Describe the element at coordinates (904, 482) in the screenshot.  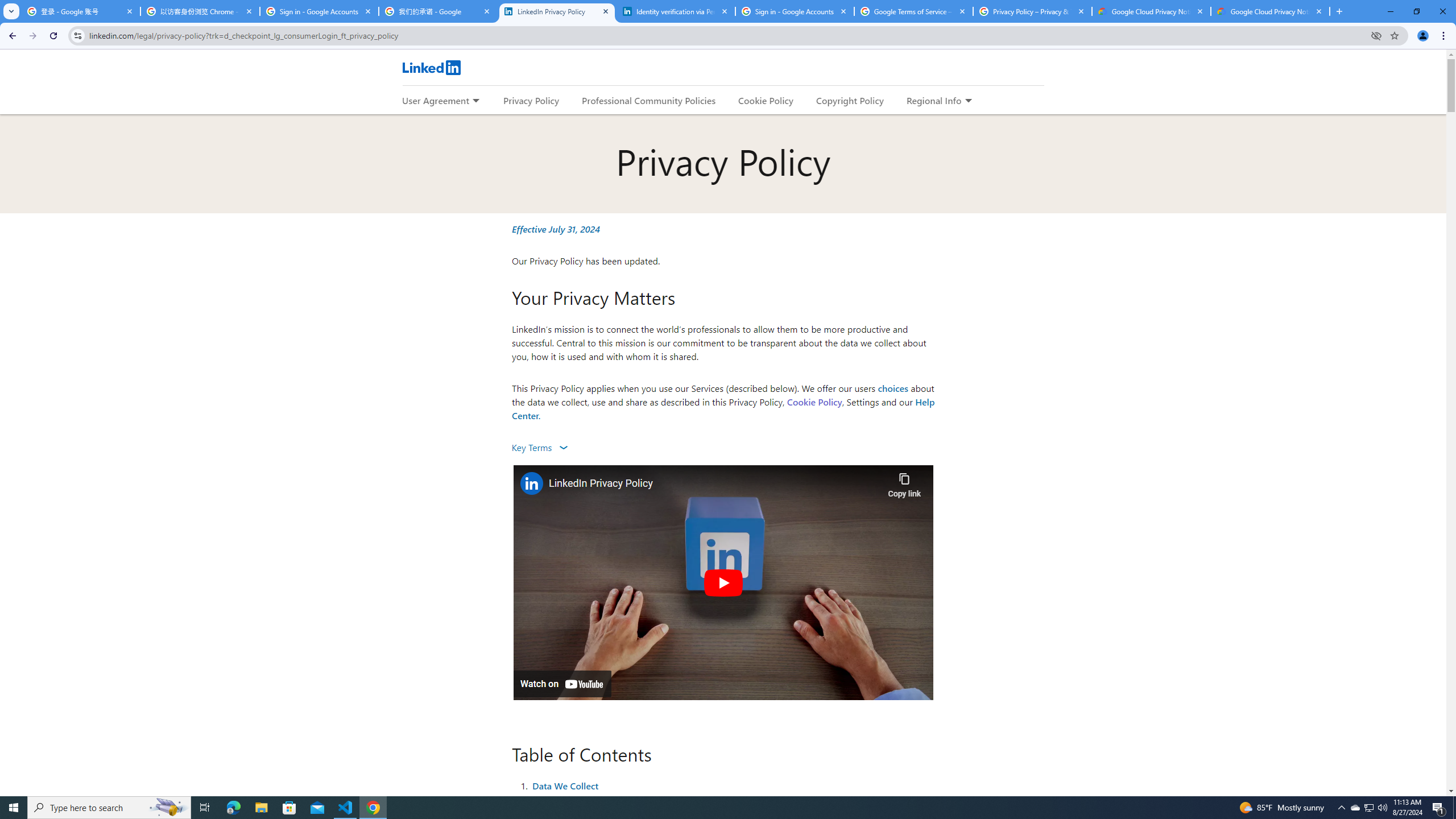
I see `'Copy link'` at that location.